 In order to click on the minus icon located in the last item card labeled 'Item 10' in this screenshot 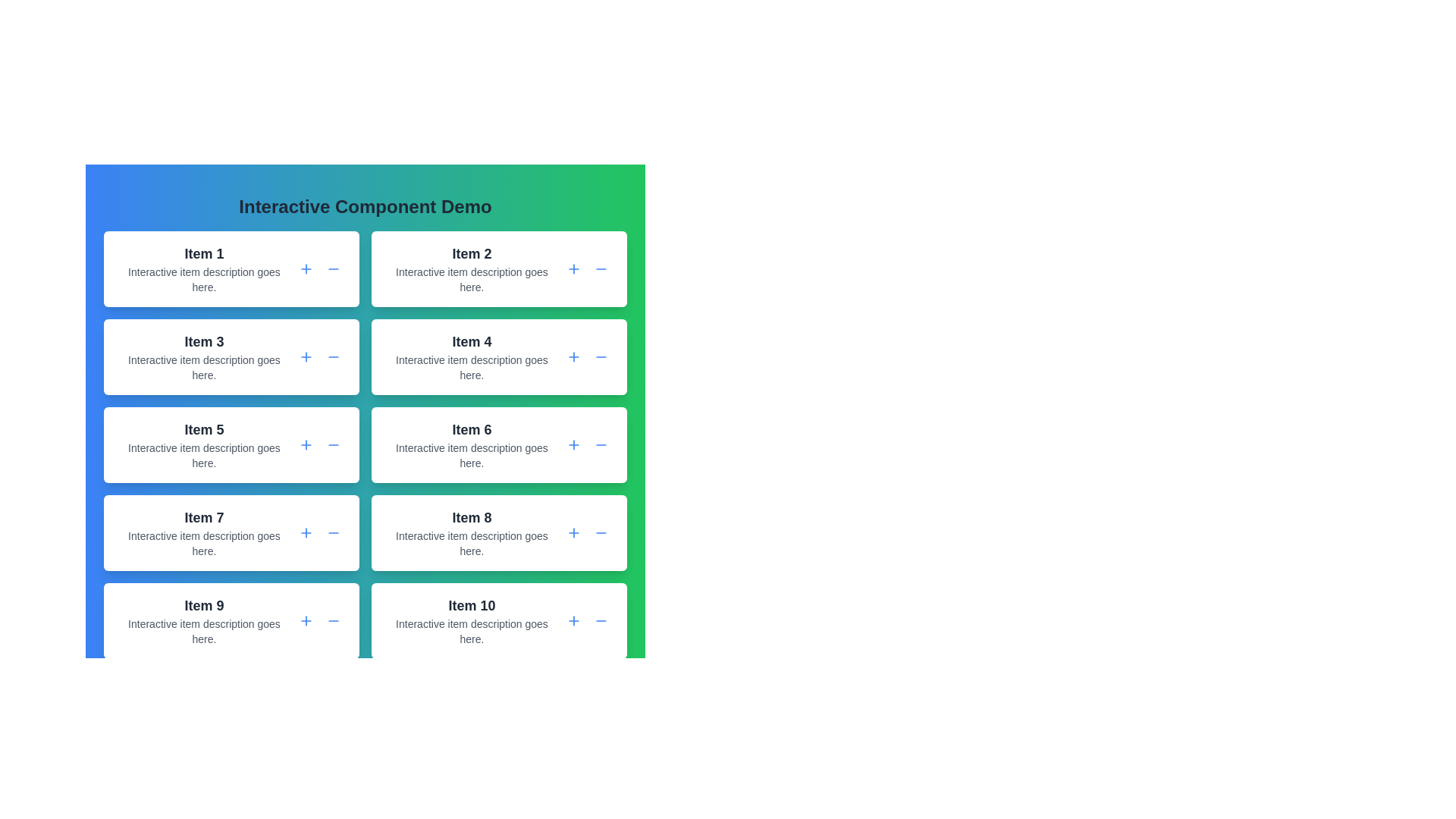, I will do `click(600, 620)`.